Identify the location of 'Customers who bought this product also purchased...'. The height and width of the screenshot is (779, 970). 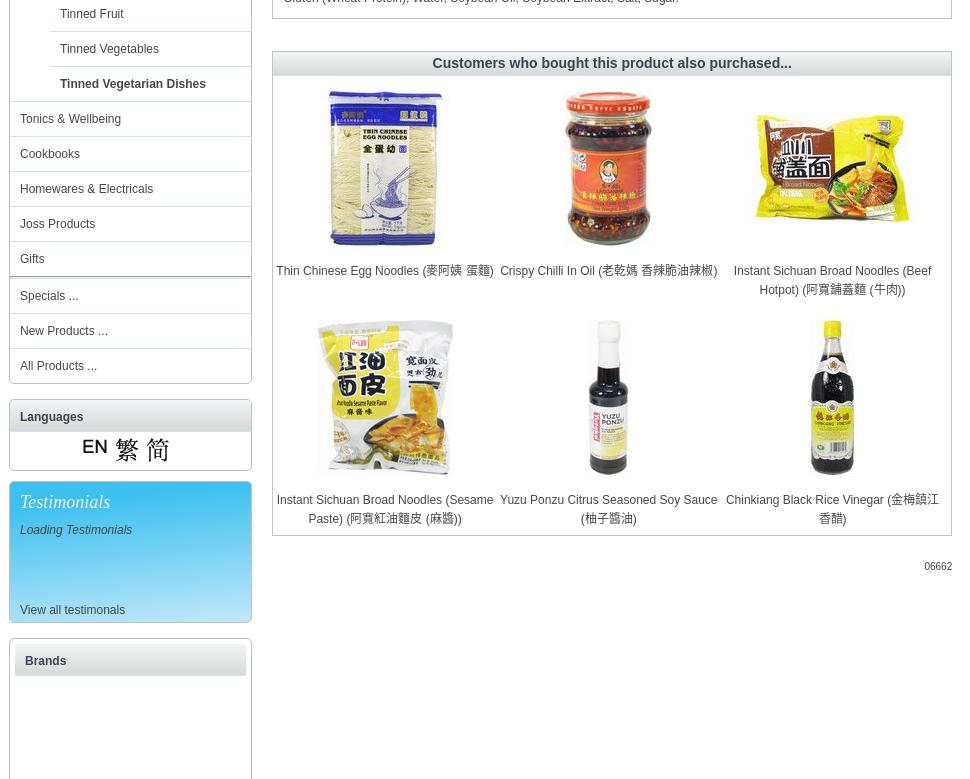
(611, 63).